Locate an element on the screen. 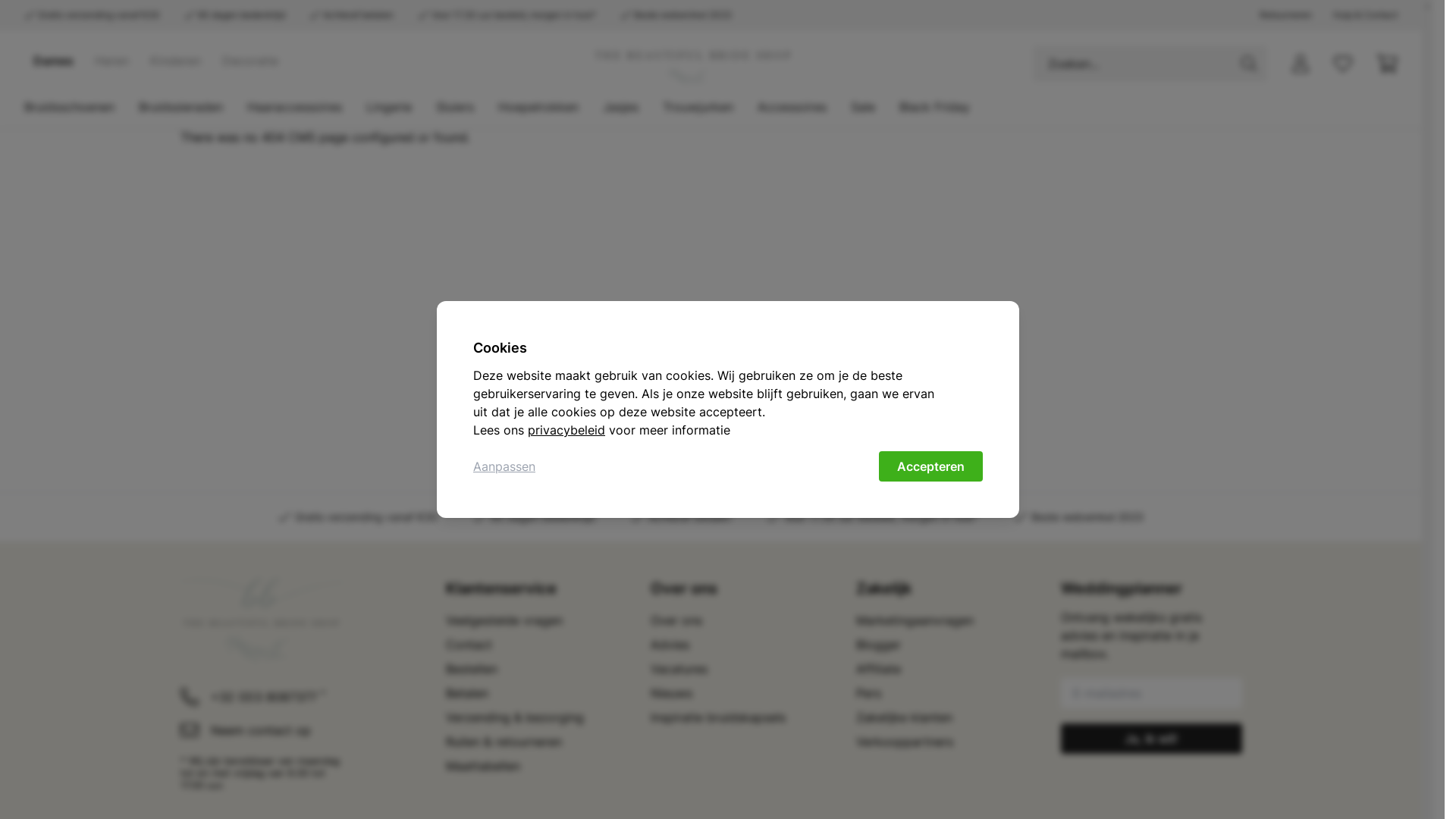 This screenshot has width=1456, height=819. 'Vacatures' is located at coordinates (678, 668).